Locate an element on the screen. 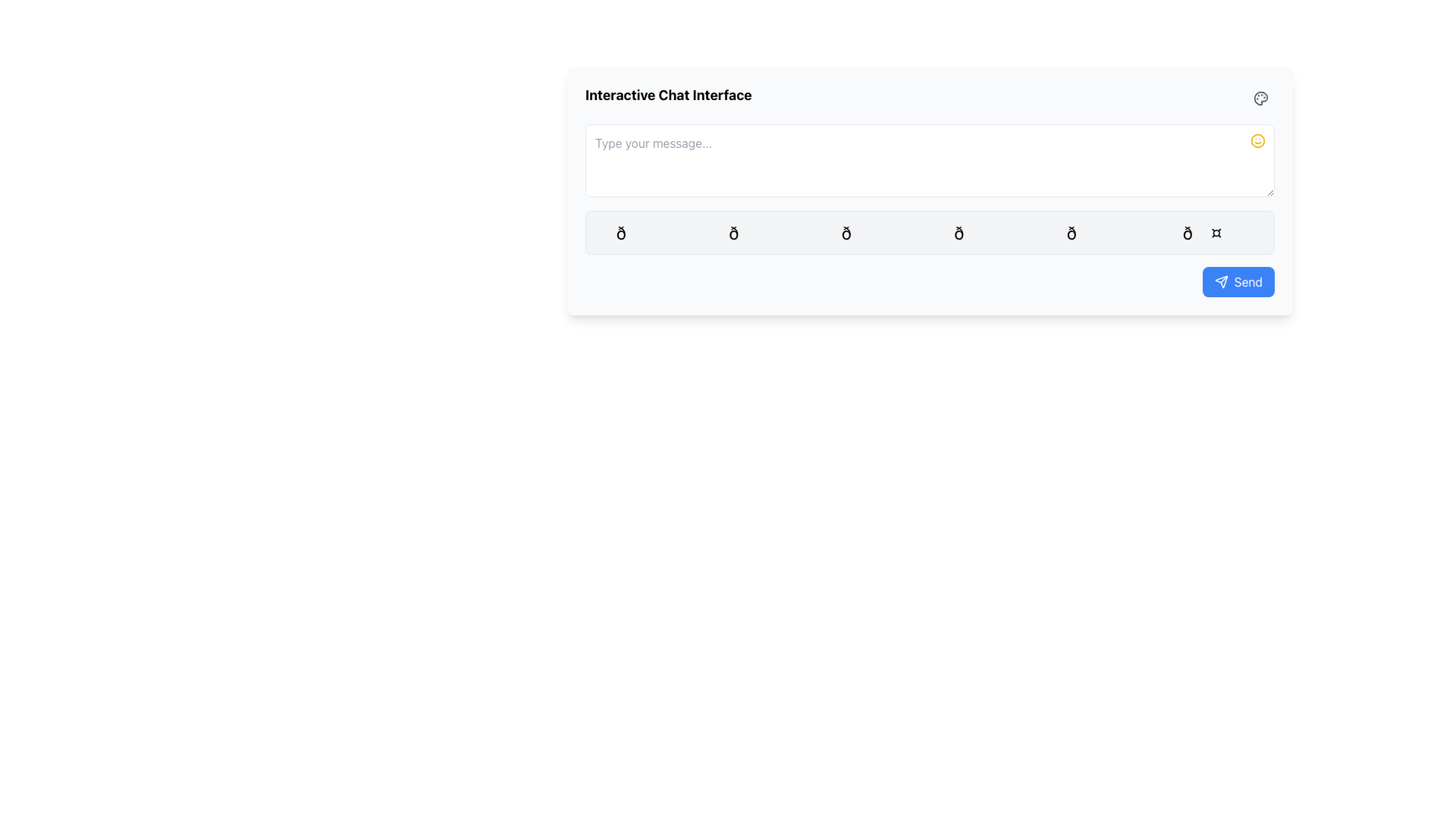 The image size is (1456, 819). the smiley face icon button located in the top-right corner of the text input box is located at coordinates (1258, 140).